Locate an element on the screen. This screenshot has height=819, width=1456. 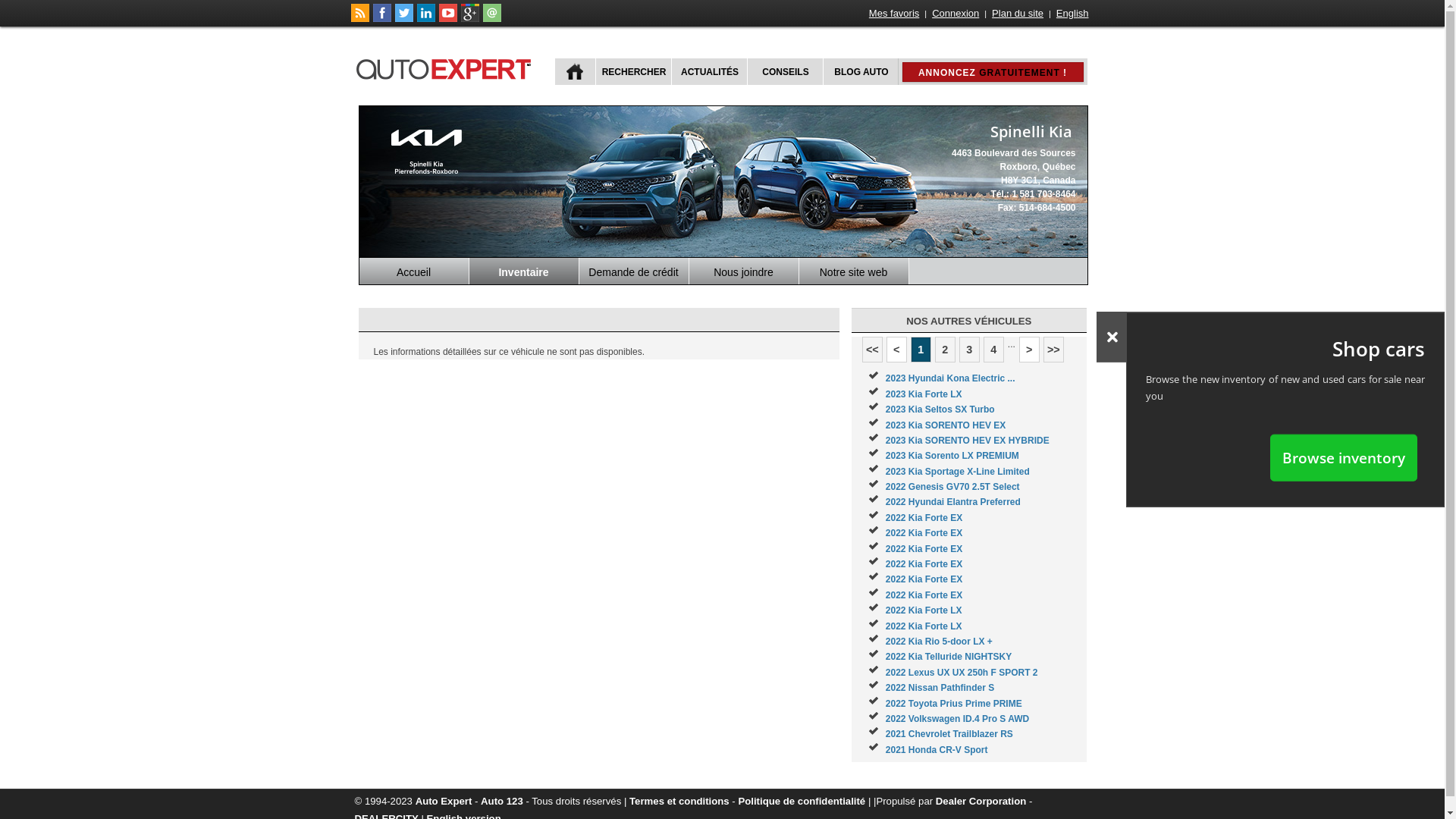
'2023 Kia SORENTO HEV EX HYBRIDE' is located at coordinates (967, 441).